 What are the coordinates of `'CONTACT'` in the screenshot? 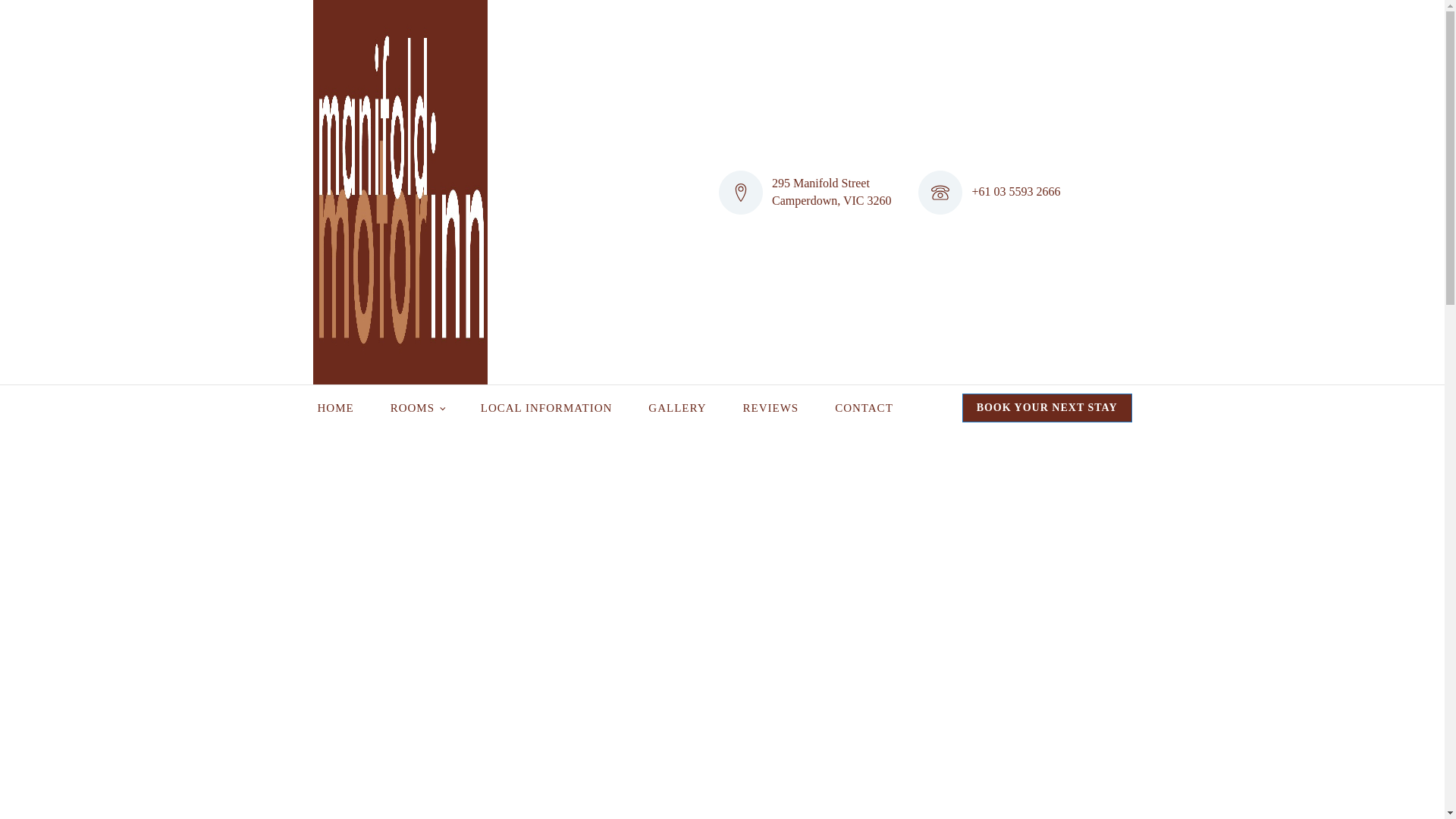 It's located at (864, 406).